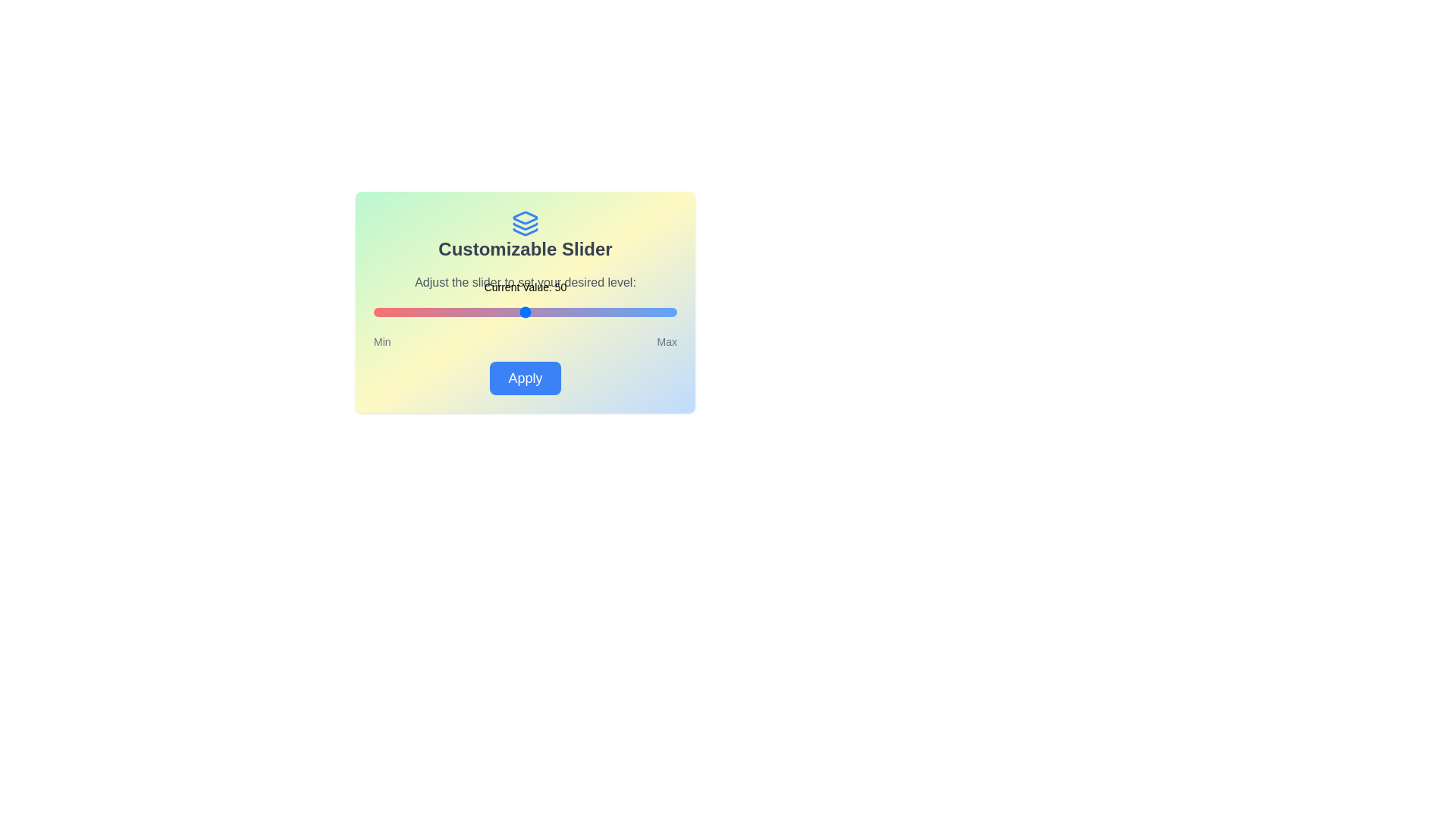 The width and height of the screenshot is (1456, 819). I want to click on the slider to set its value to 7, so click(395, 312).